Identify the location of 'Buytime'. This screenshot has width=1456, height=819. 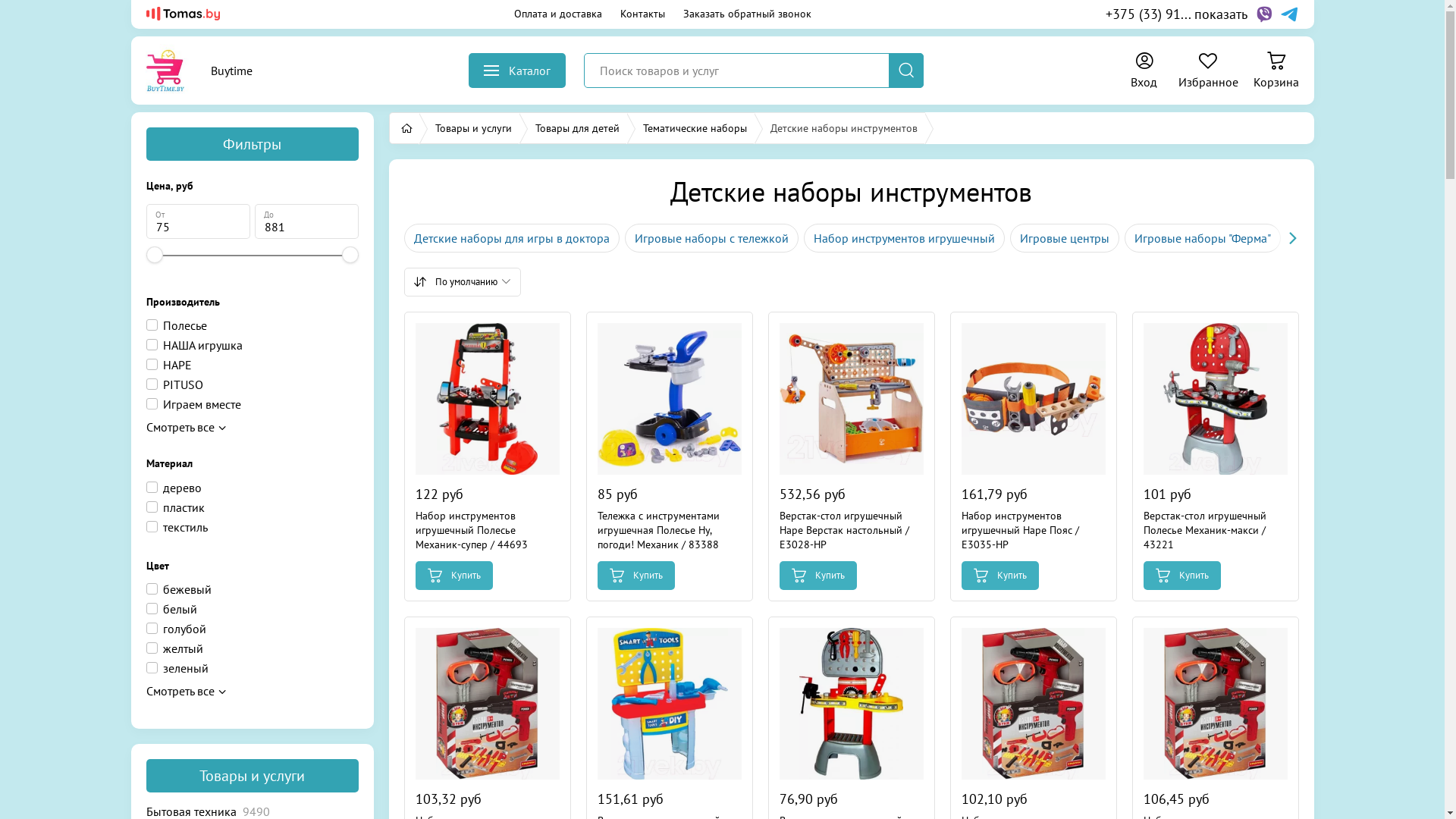
(190, 70).